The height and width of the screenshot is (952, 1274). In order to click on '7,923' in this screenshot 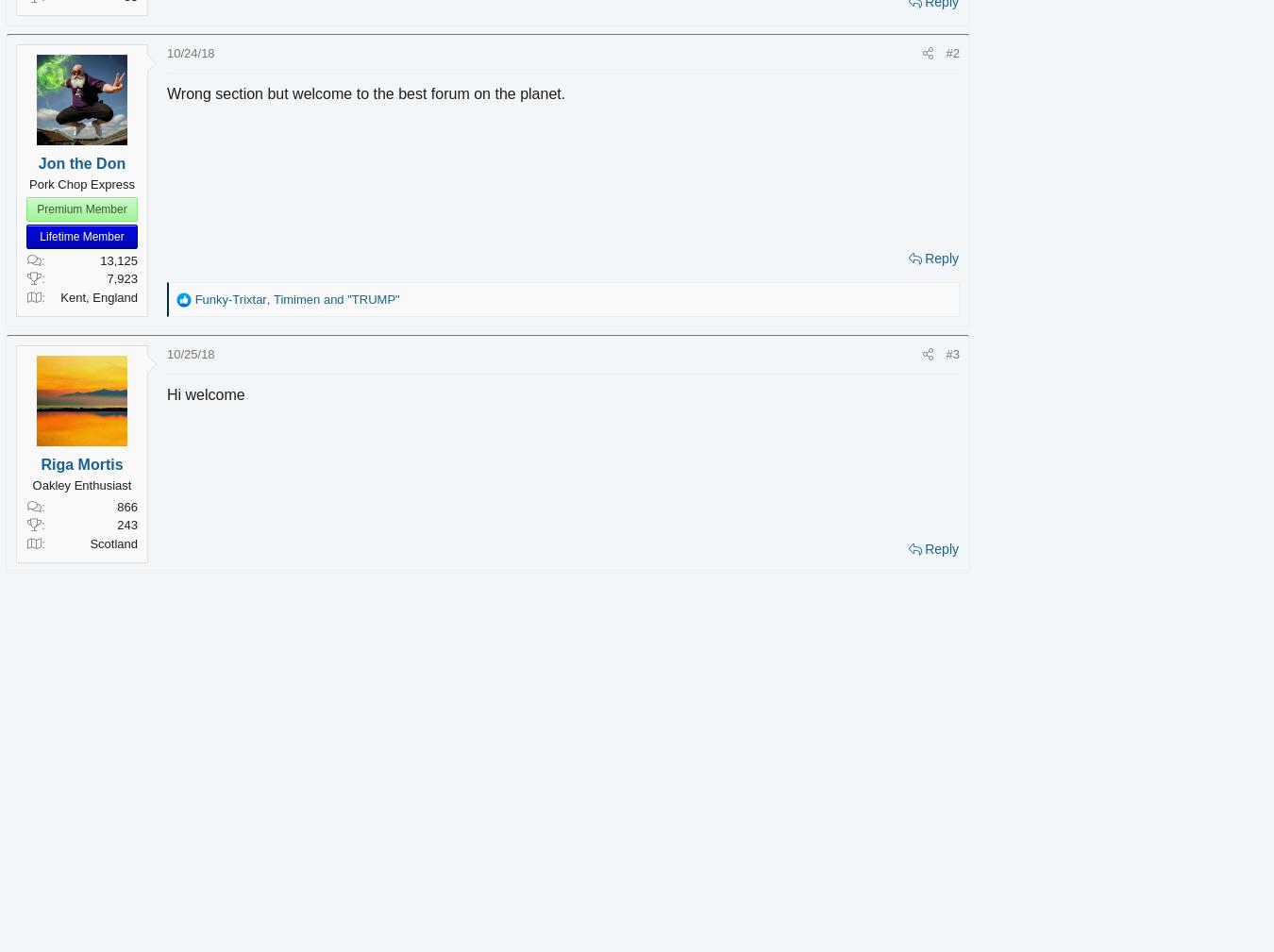, I will do `click(134, 277)`.